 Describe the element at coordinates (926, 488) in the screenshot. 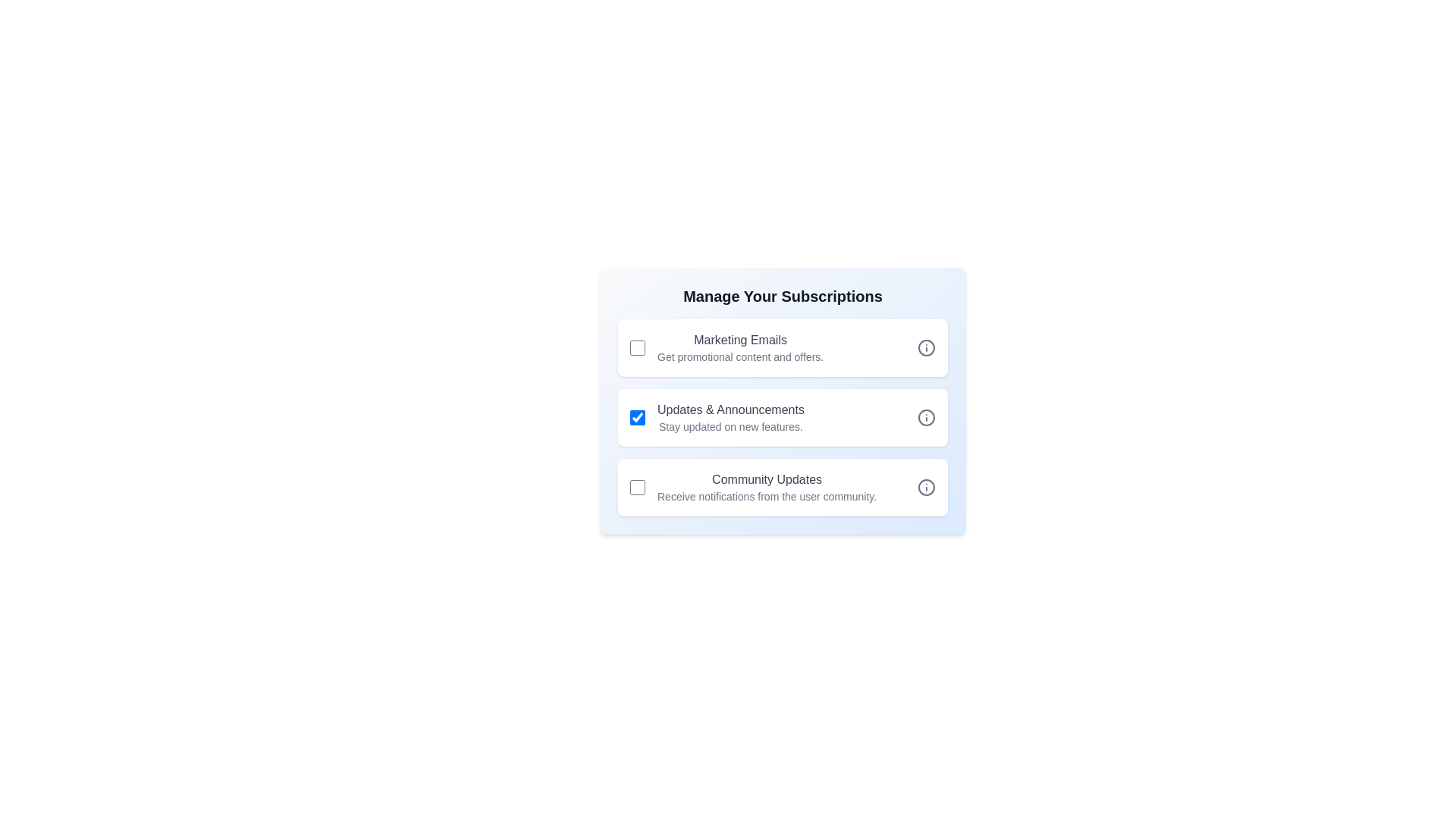

I see `'Info' icon next to 'Community Updates'` at that location.